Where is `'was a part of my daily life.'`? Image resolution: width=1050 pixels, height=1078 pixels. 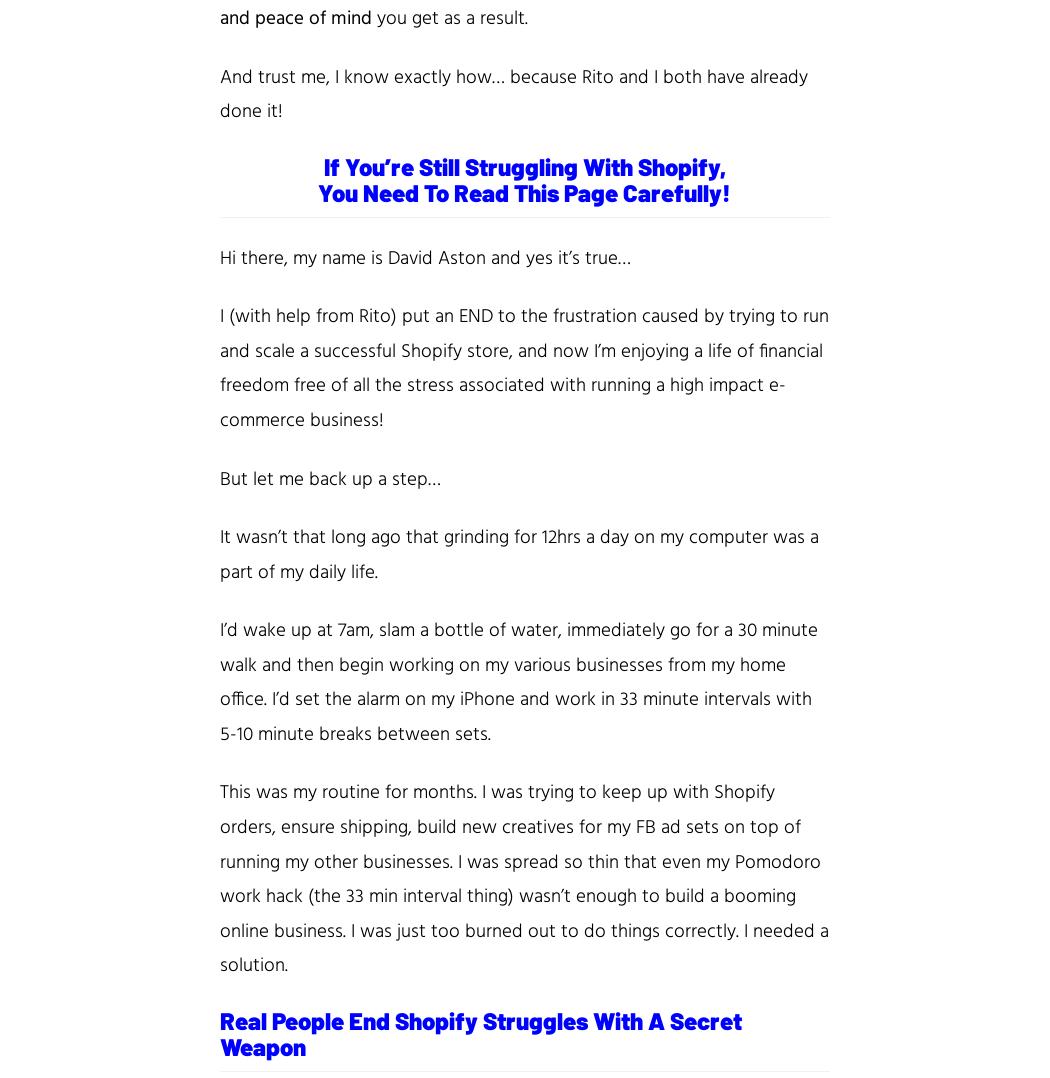 'was a part of my daily life.' is located at coordinates (518, 553).